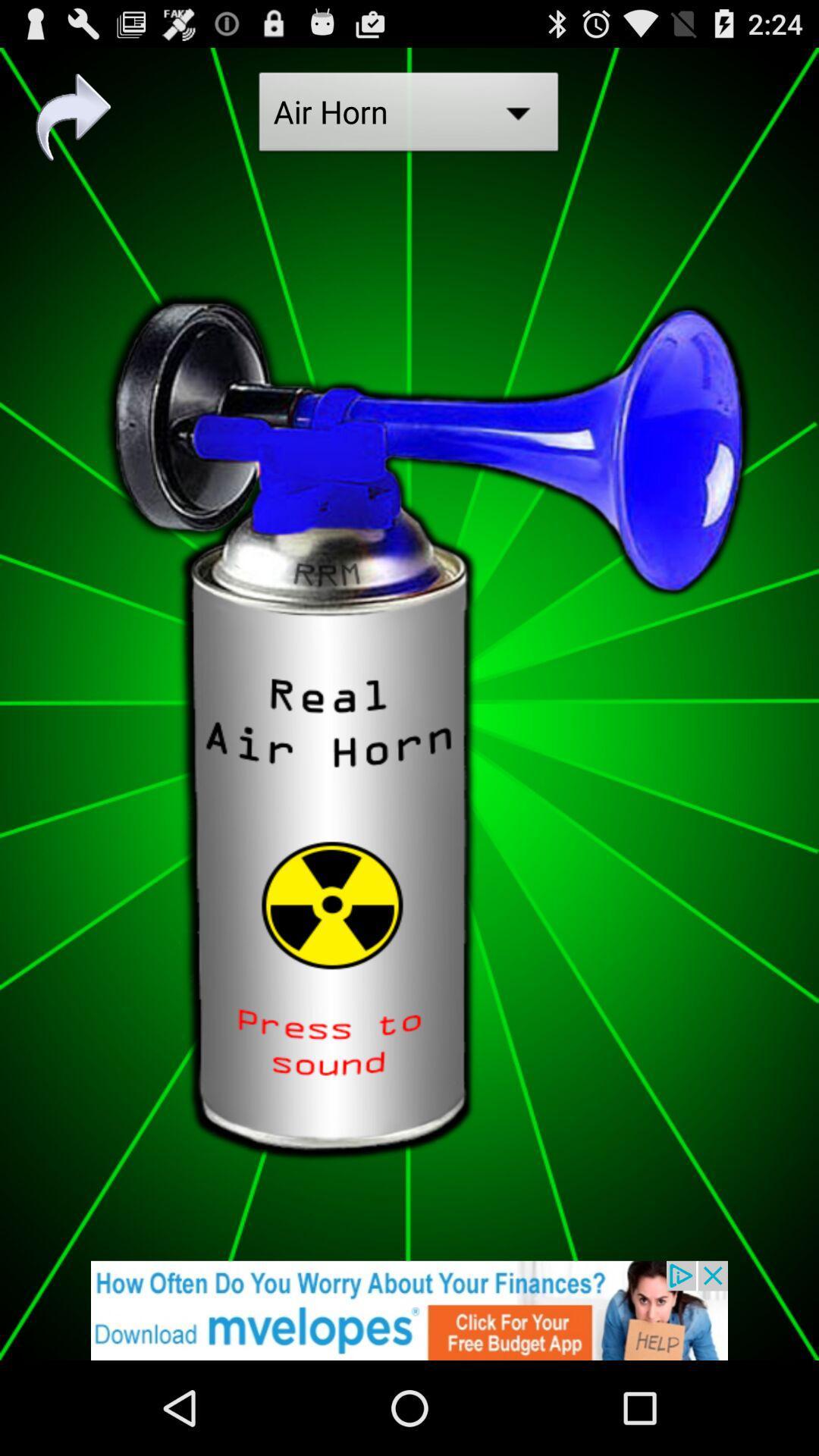 This screenshot has width=819, height=1456. What do you see at coordinates (74, 116) in the screenshot?
I see `next` at bounding box center [74, 116].